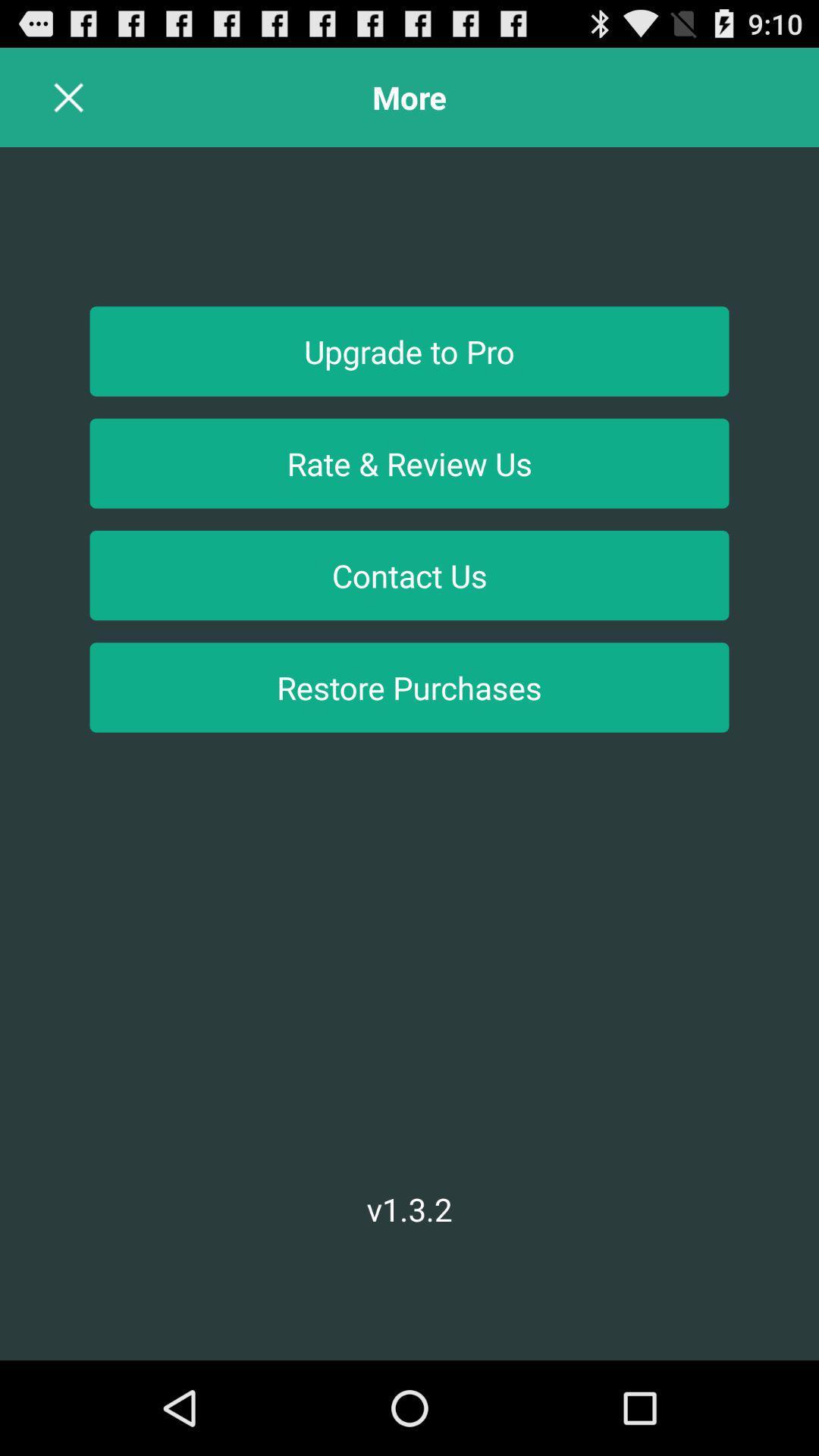 The height and width of the screenshot is (1456, 819). I want to click on button above restore purchases, so click(409, 574).